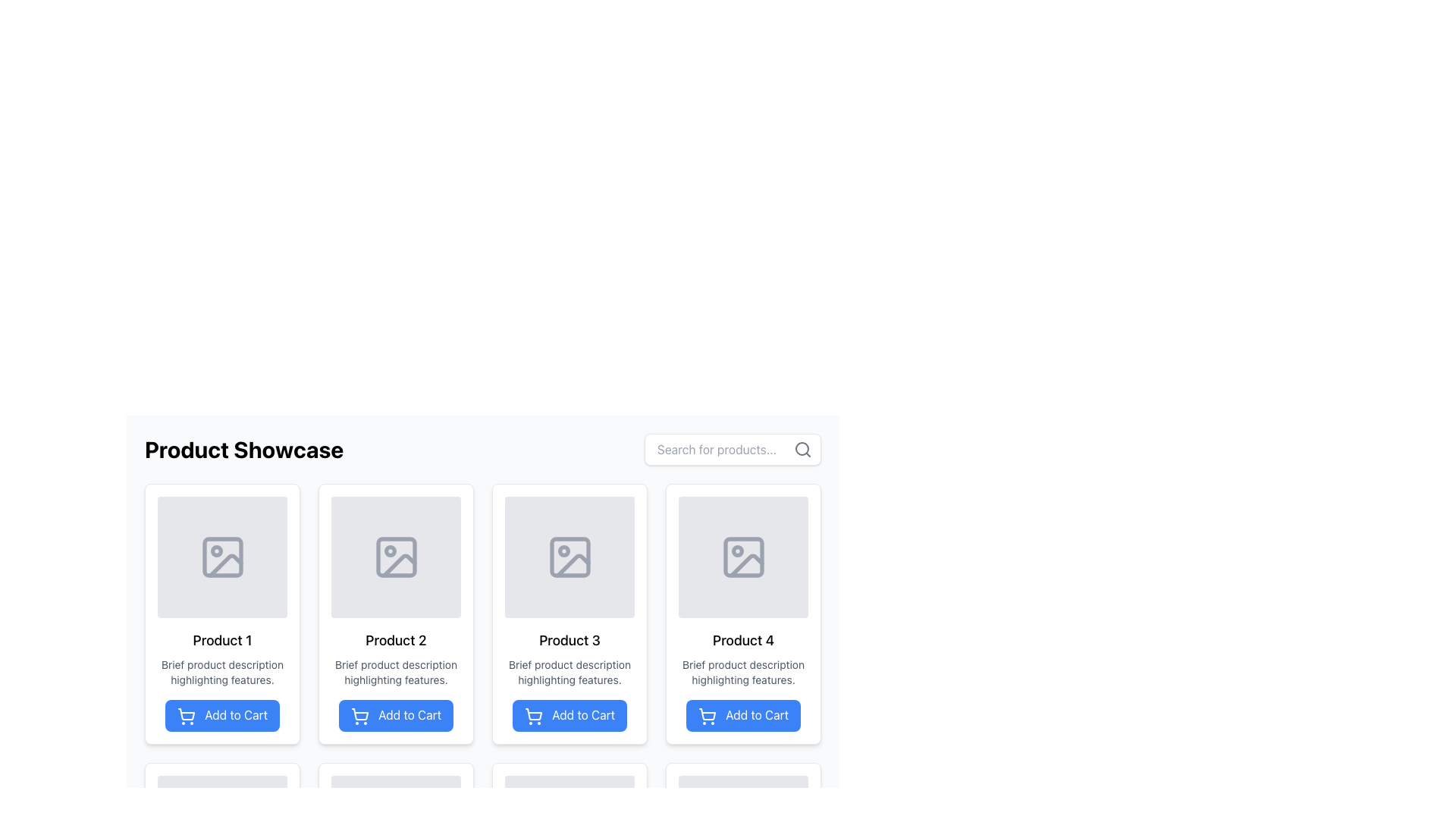 The image size is (1456, 819). Describe the element at coordinates (801, 447) in the screenshot. I see `attributes of the Circle SVG element located at the center of the magnifying glass icon in the search bar` at that location.